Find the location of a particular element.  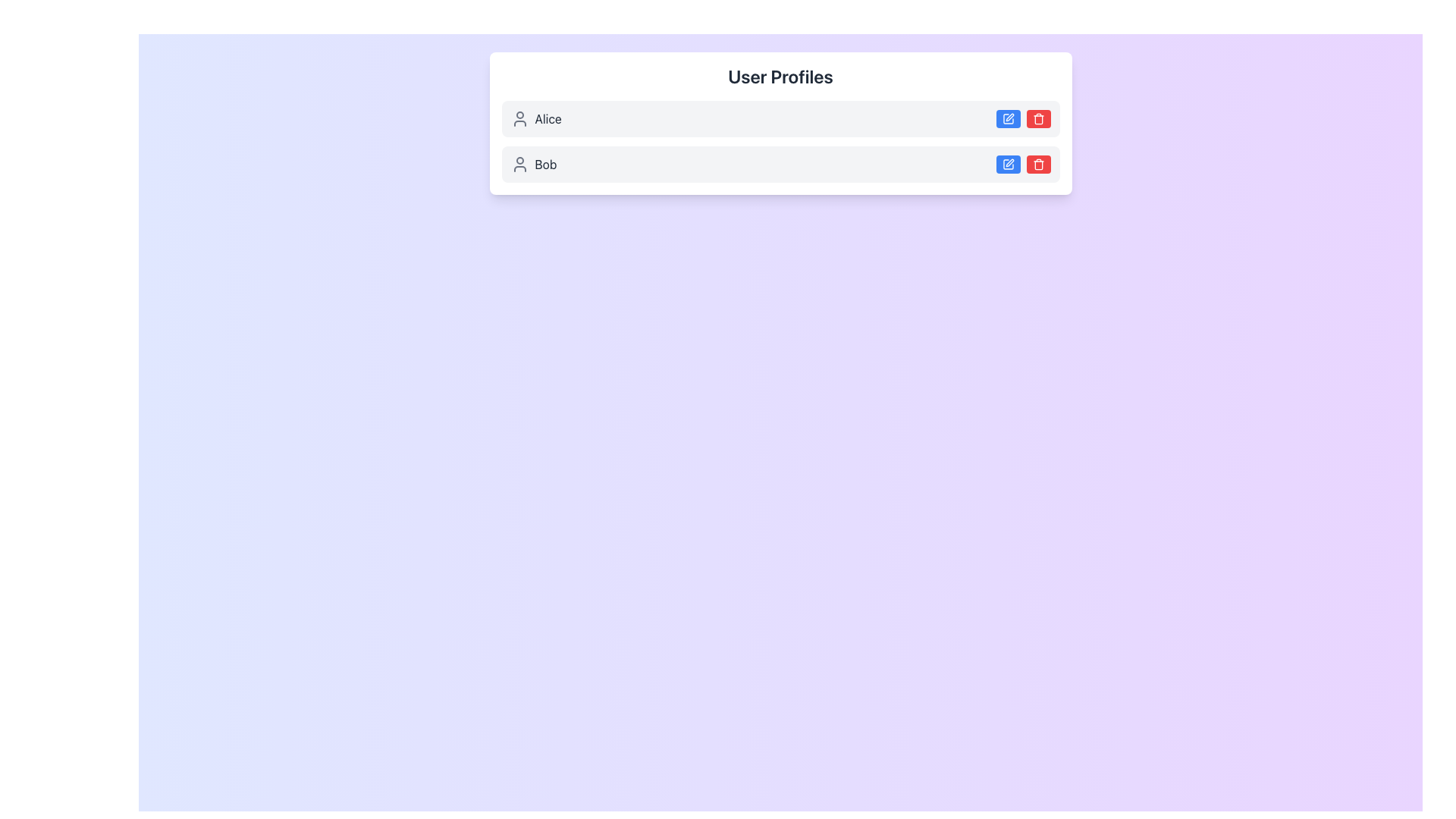

the text label displaying the user's name for the first user profile listed under the 'User Profiles' section is located at coordinates (548, 118).